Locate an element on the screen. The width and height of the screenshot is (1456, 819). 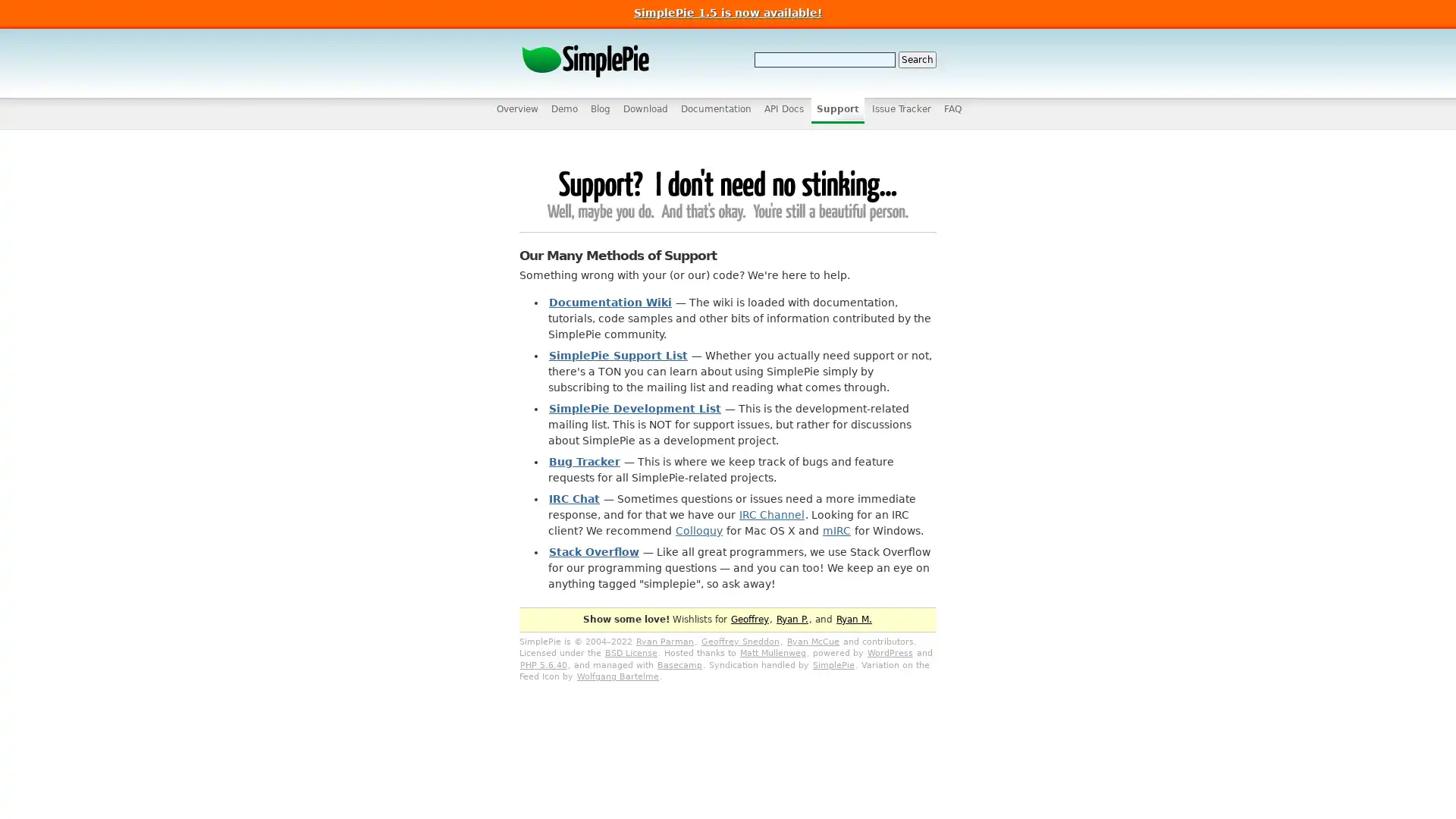
Search is located at coordinates (916, 58).